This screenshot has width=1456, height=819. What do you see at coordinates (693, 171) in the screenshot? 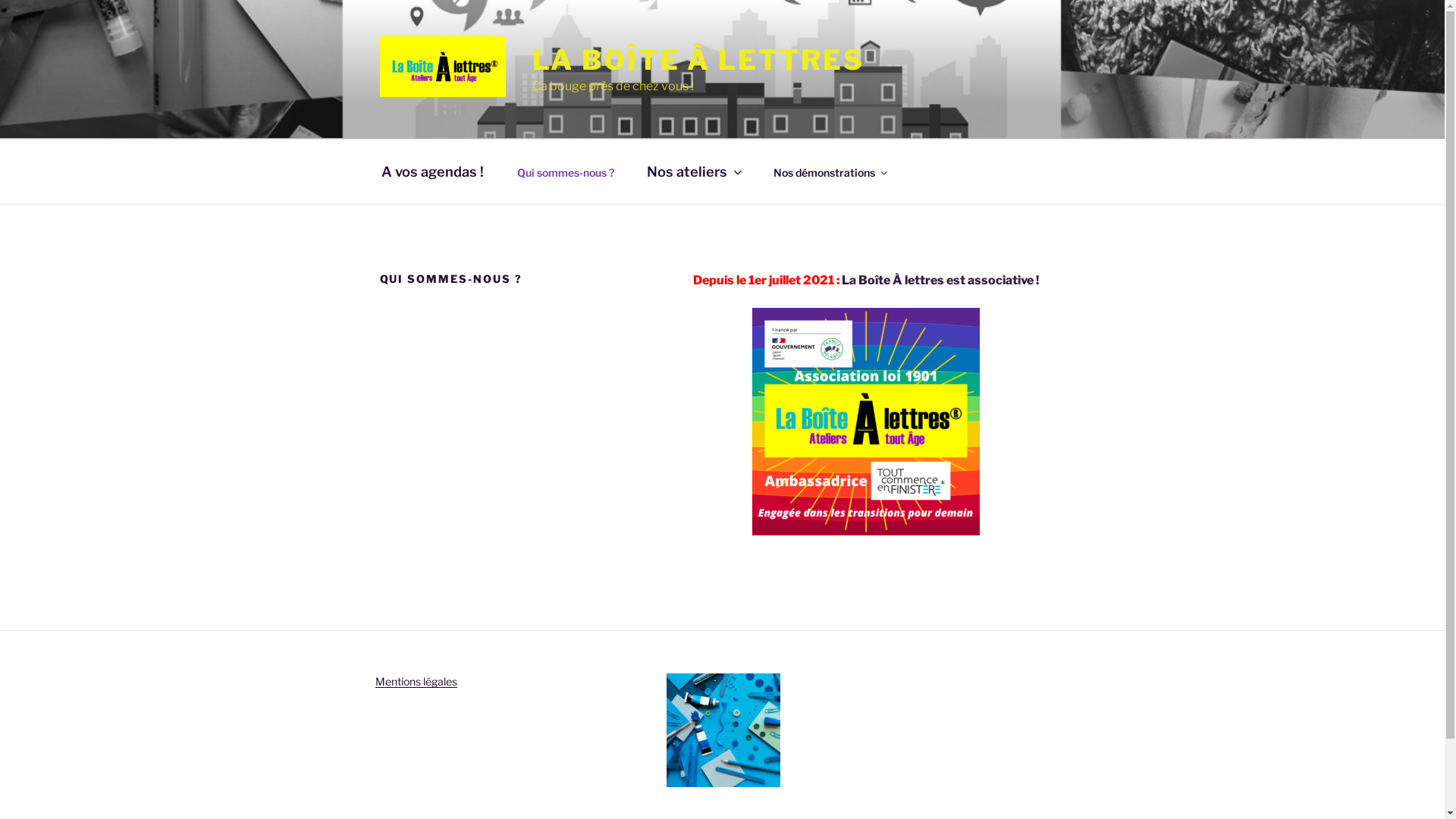
I see `'Nos ateliers'` at bounding box center [693, 171].